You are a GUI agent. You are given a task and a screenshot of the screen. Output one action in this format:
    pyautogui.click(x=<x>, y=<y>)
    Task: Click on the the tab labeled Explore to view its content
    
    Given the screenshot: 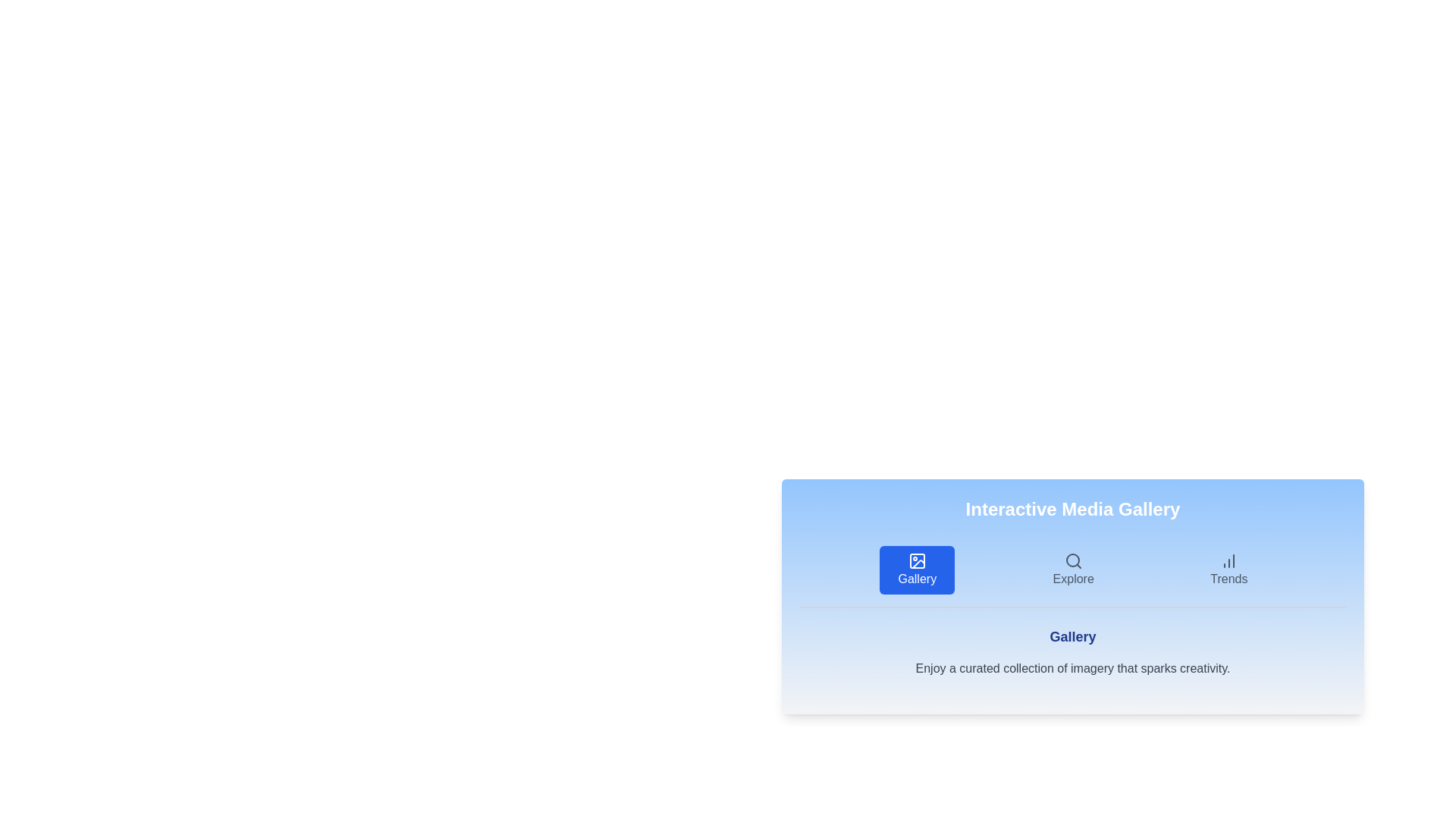 What is the action you would take?
    pyautogui.click(x=1072, y=570)
    